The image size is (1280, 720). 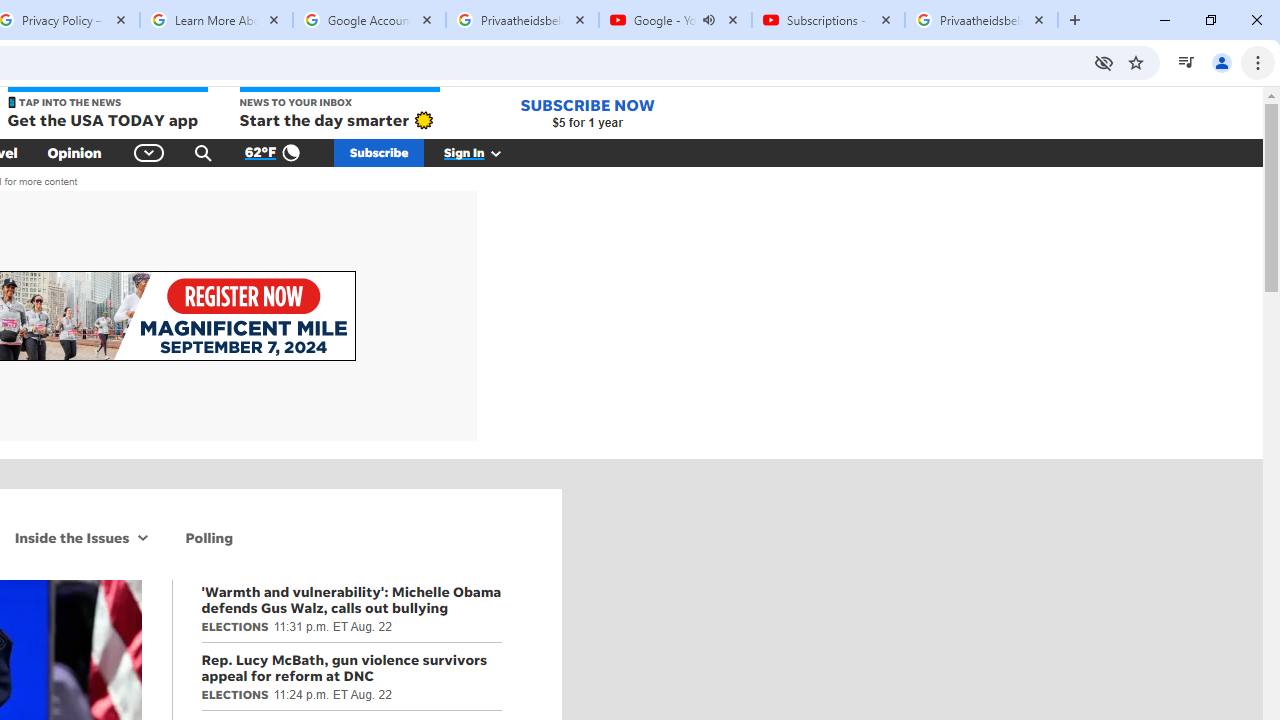 What do you see at coordinates (148, 152) in the screenshot?
I see `'Global Navigation'` at bounding box center [148, 152].